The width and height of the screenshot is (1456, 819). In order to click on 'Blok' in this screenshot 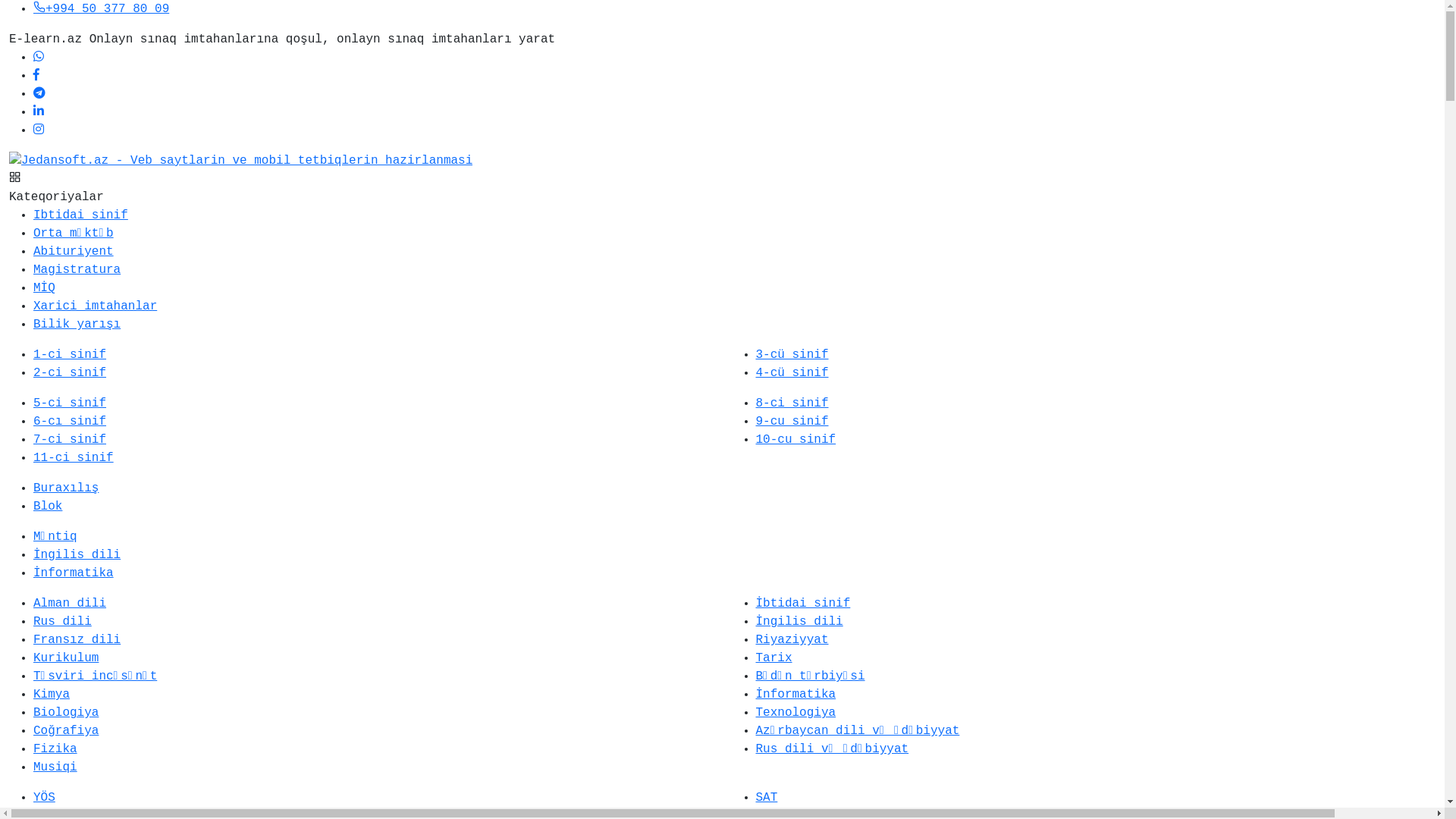, I will do `click(47, 506)`.